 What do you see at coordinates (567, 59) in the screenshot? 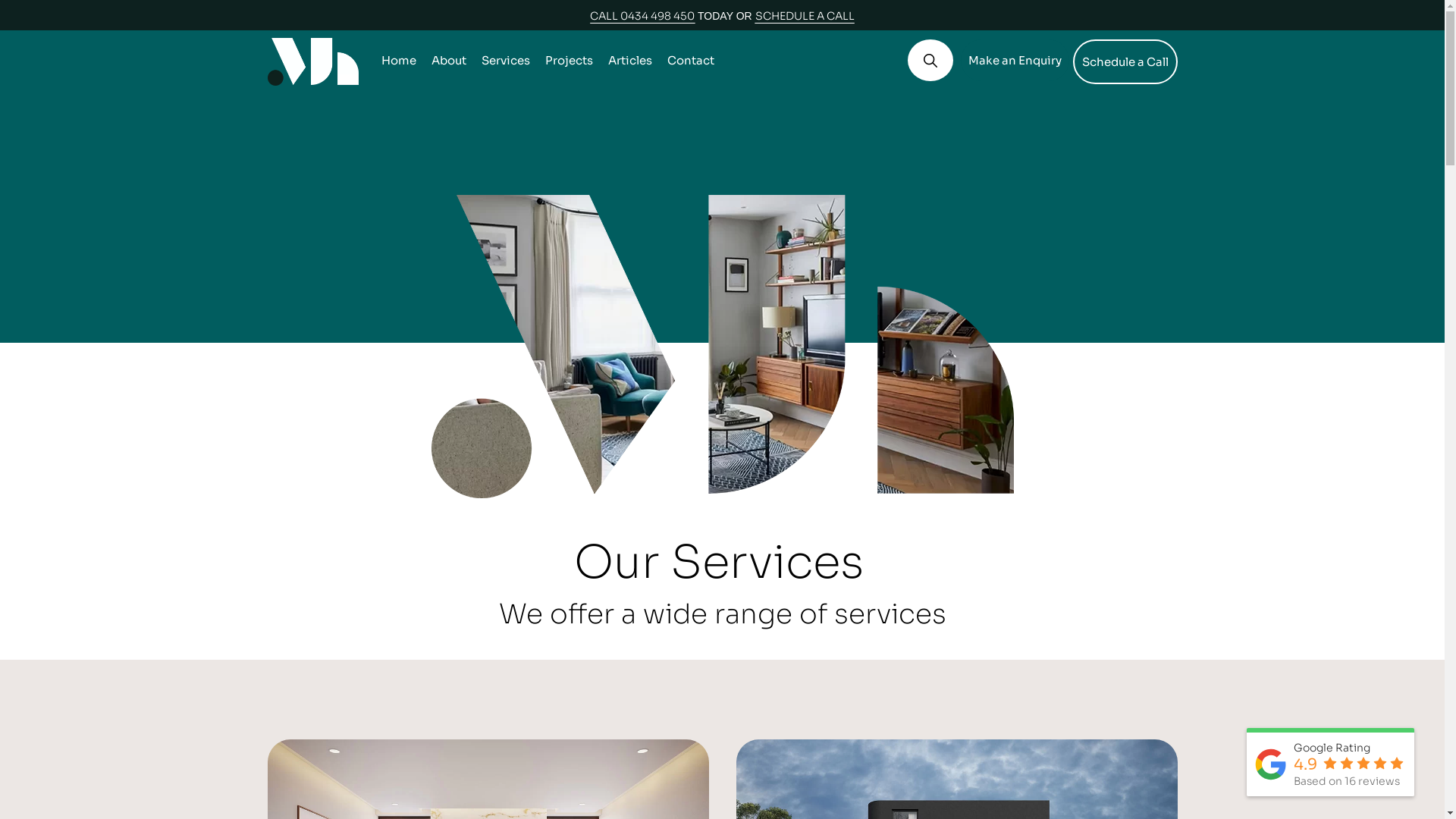
I see `'Projects'` at bounding box center [567, 59].